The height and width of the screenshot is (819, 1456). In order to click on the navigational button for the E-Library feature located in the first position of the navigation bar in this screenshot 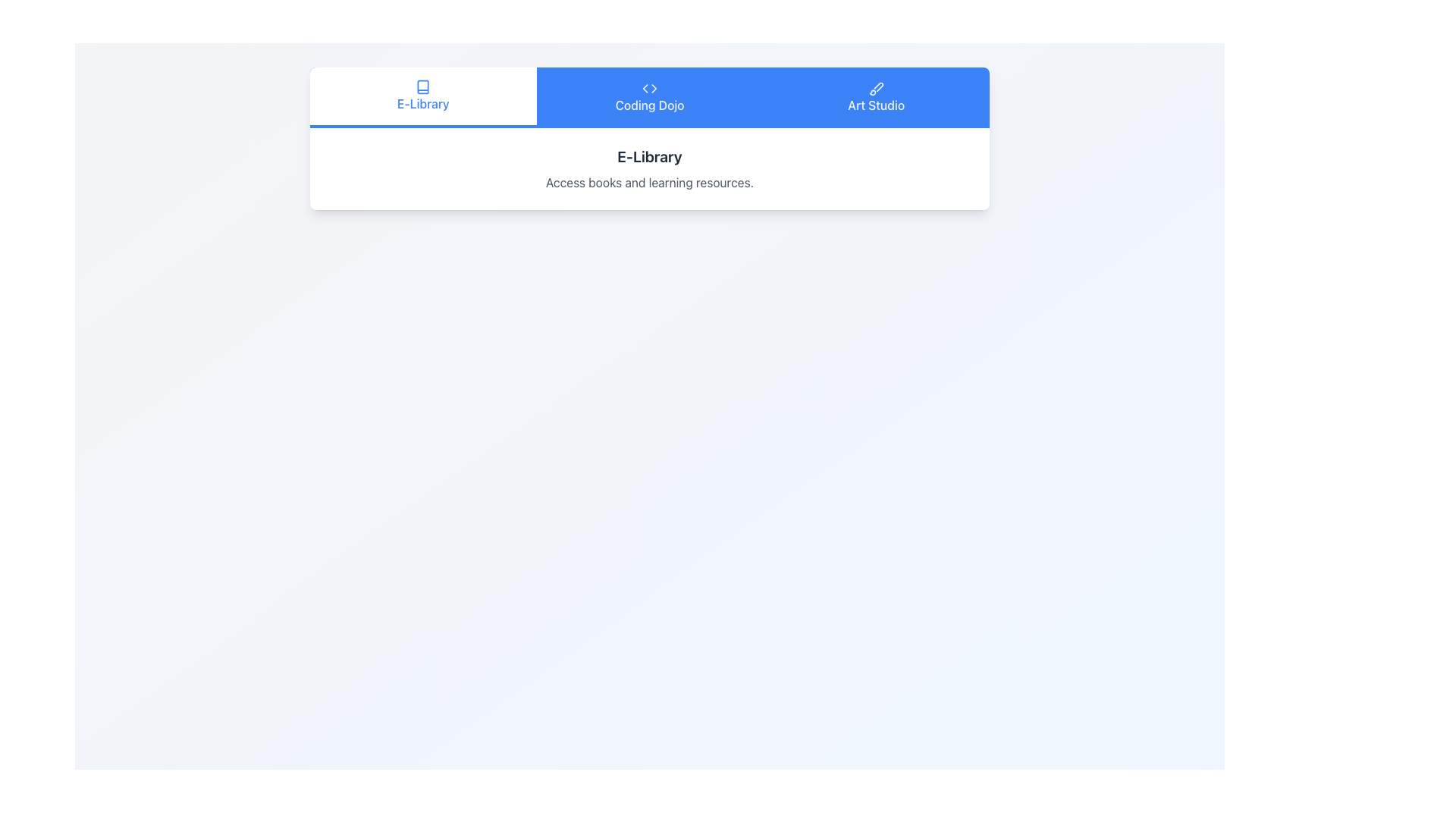, I will do `click(422, 97)`.